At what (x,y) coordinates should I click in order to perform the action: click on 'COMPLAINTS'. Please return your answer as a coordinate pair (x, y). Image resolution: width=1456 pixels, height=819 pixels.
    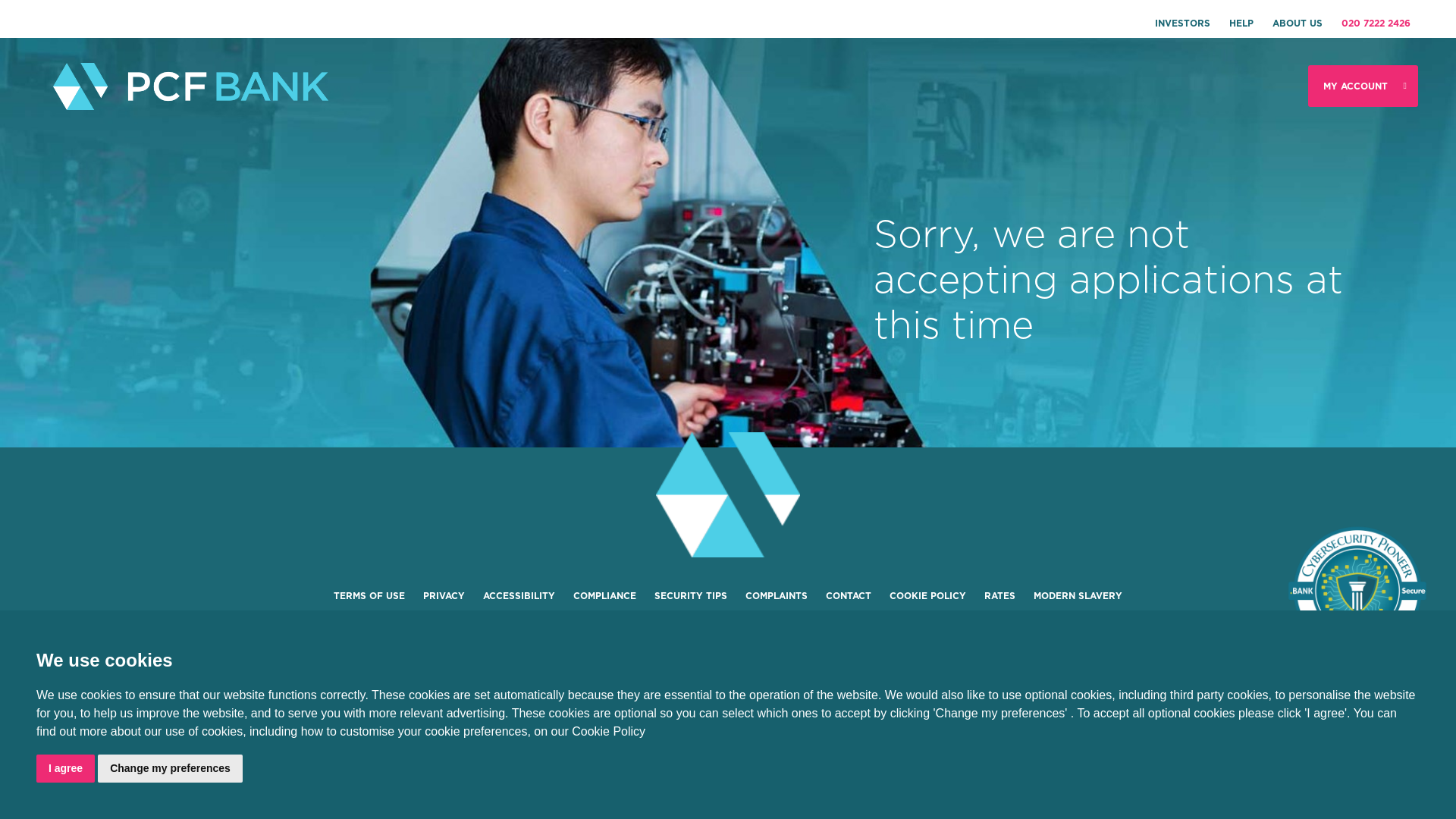
    Looking at the image, I should click on (745, 595).